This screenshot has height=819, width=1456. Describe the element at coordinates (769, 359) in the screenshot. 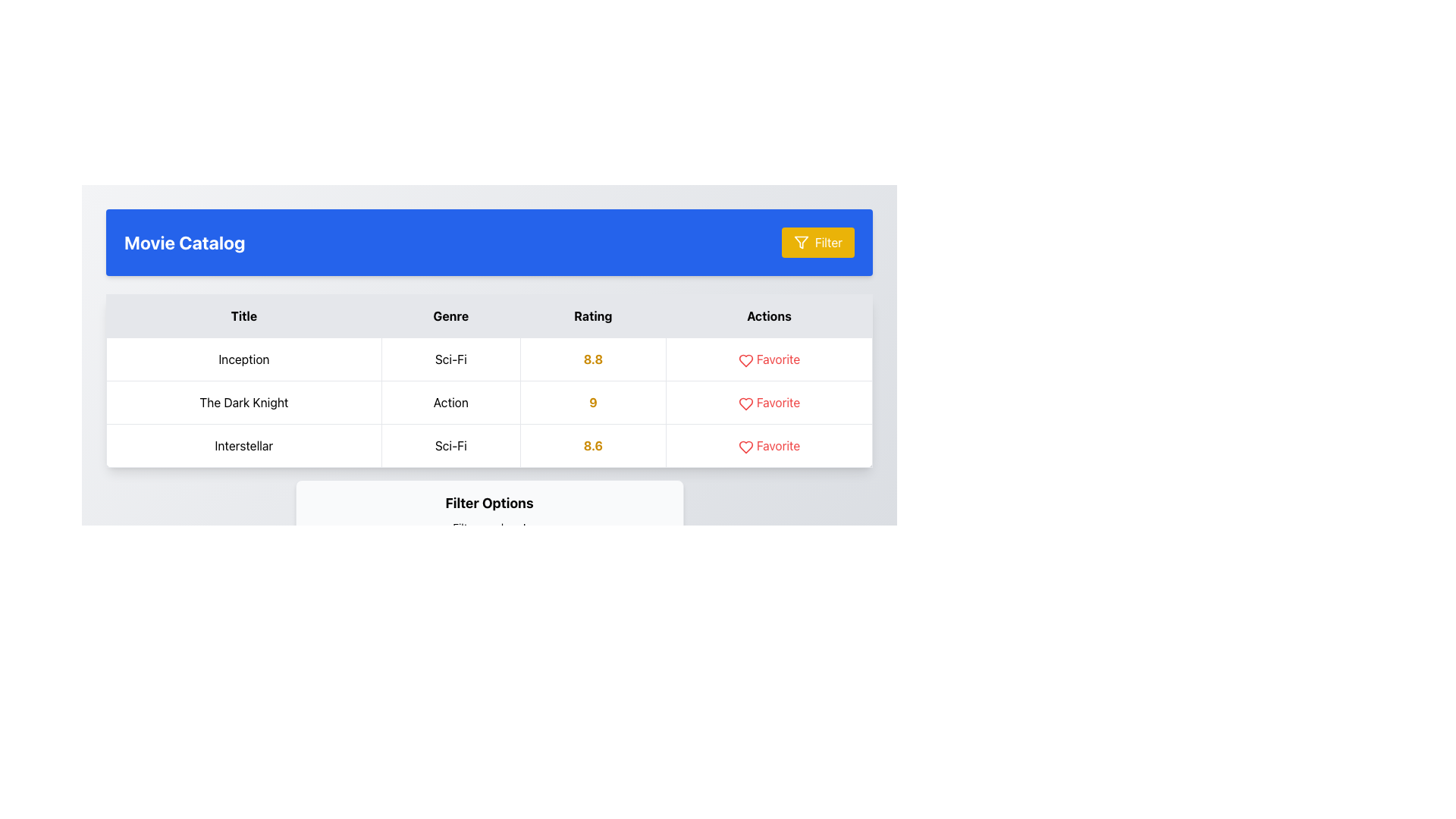

I see `the Interactive Link that marks a movie as a favorite, located in the 'Actions' column next to the rating value '8.8'` at that location.